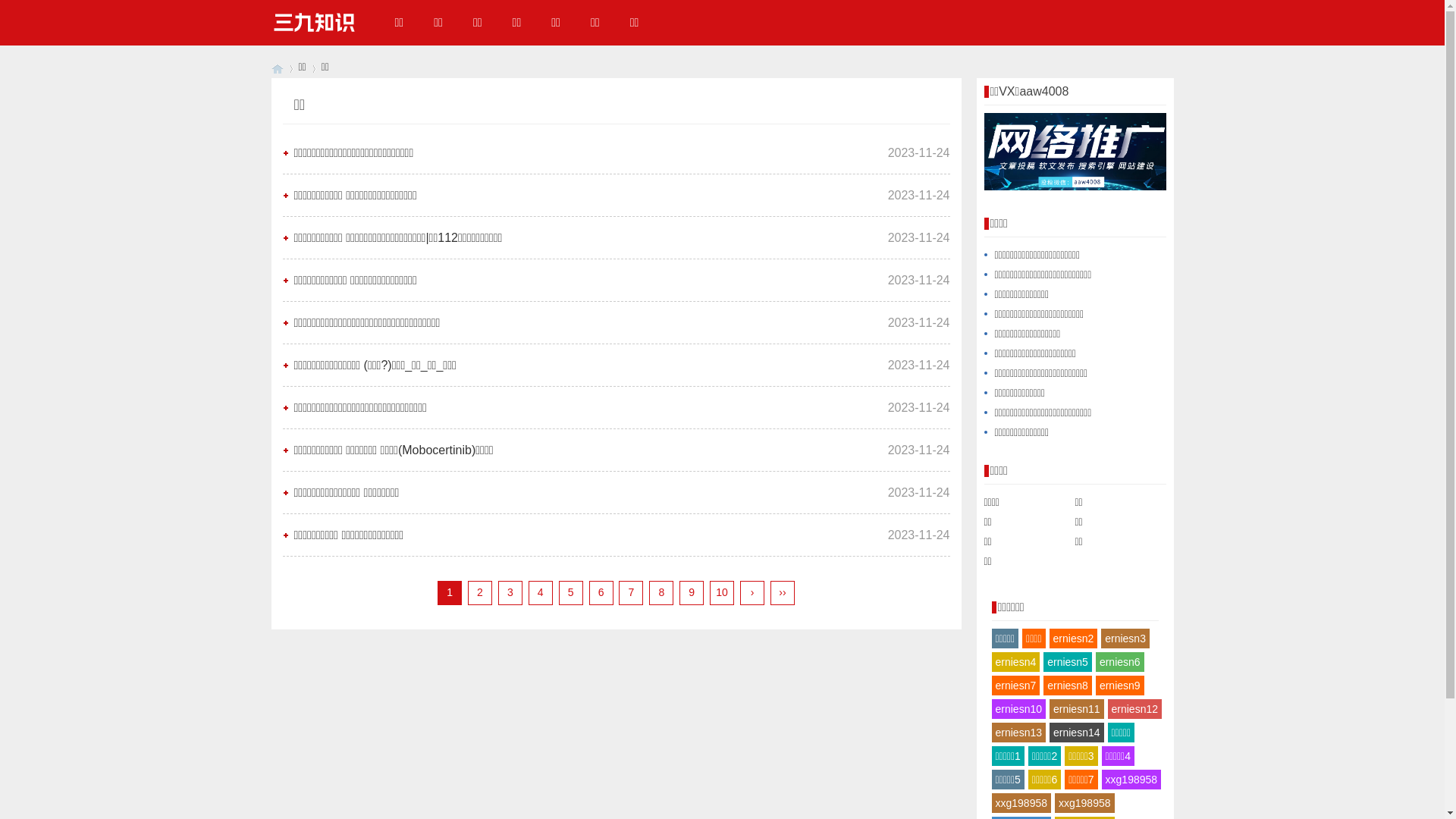 The height and width of the screenshot is (819, 1456). Describe the element at coordinates (1015, 685) in the screenshot. I see `'erniesn7'` at that location.